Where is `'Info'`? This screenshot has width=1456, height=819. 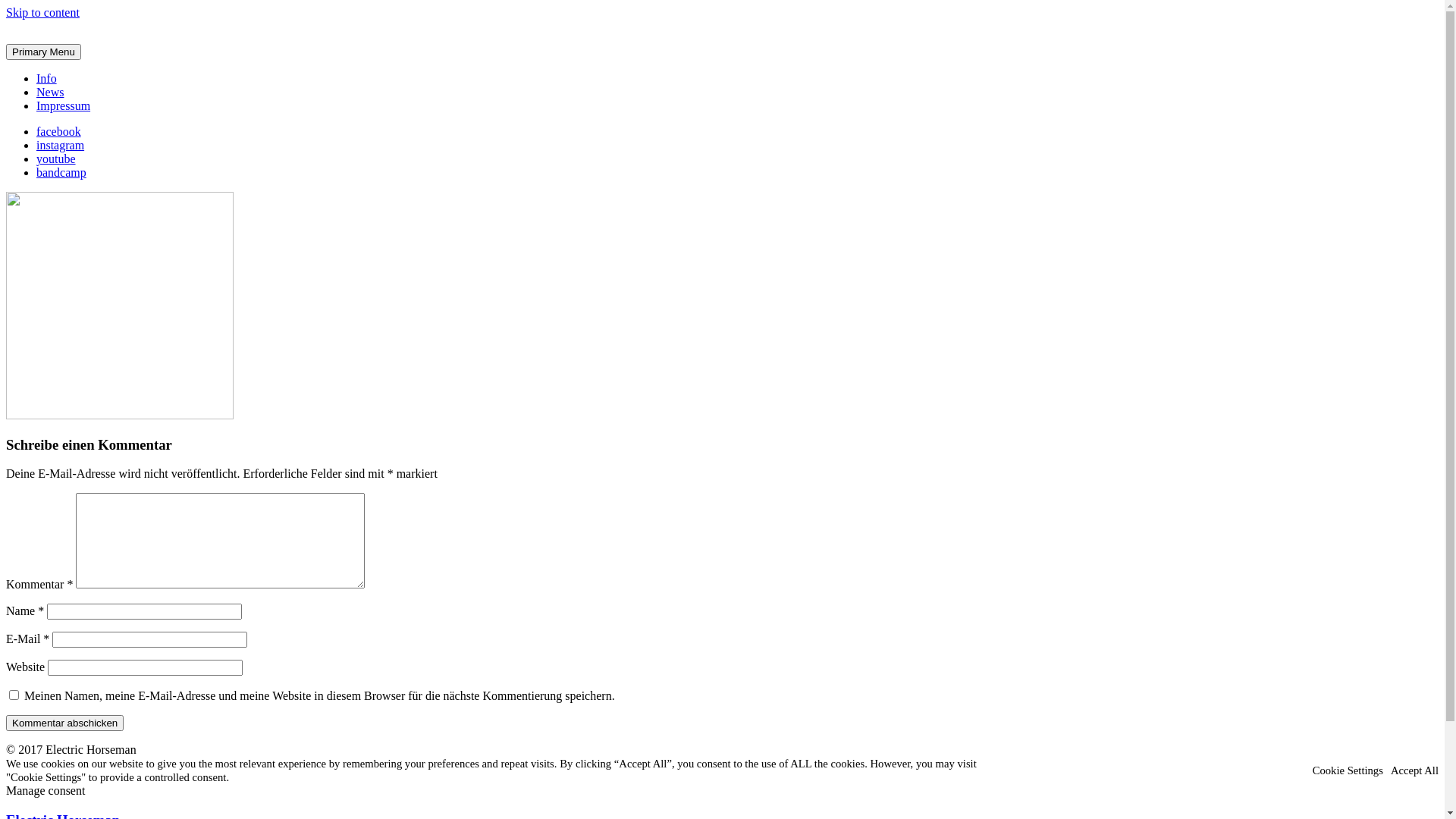
'Info' is located at coordinates (46, 78).